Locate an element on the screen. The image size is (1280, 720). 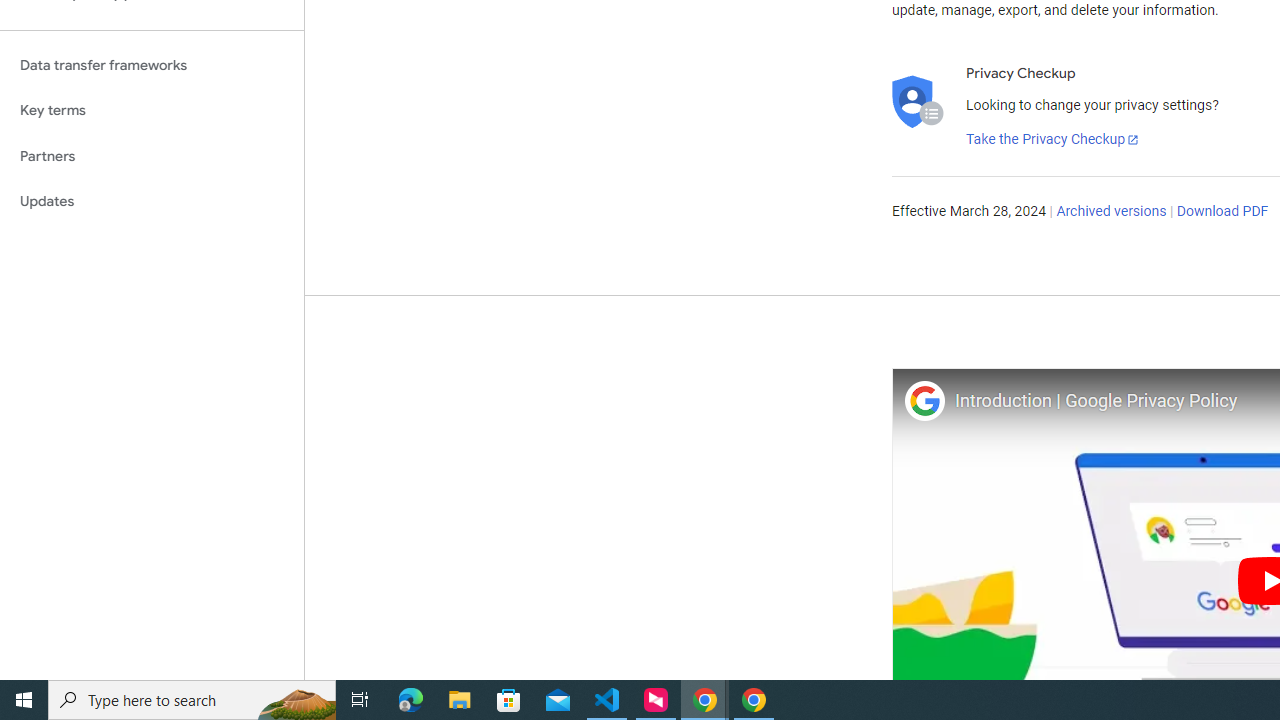
'Key terms' is located at coordinates (151, 110).